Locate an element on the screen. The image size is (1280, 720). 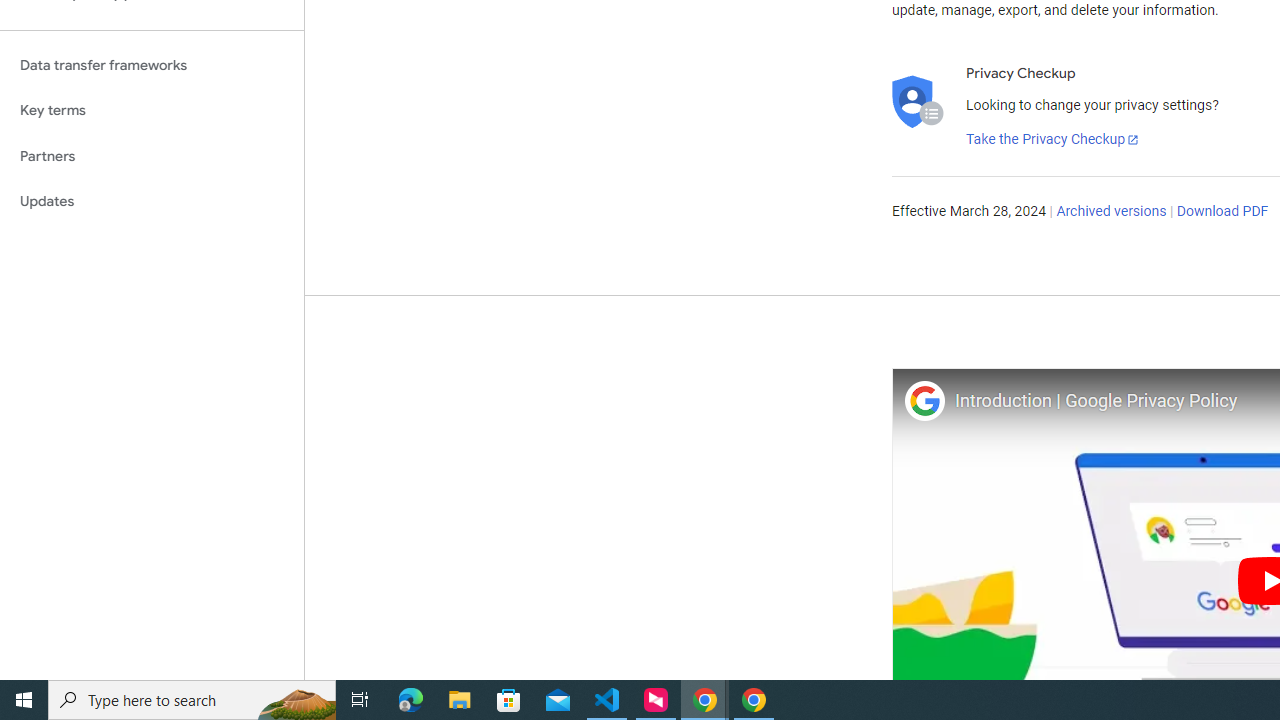
'Key terms' is located at coordinates (151, 110).